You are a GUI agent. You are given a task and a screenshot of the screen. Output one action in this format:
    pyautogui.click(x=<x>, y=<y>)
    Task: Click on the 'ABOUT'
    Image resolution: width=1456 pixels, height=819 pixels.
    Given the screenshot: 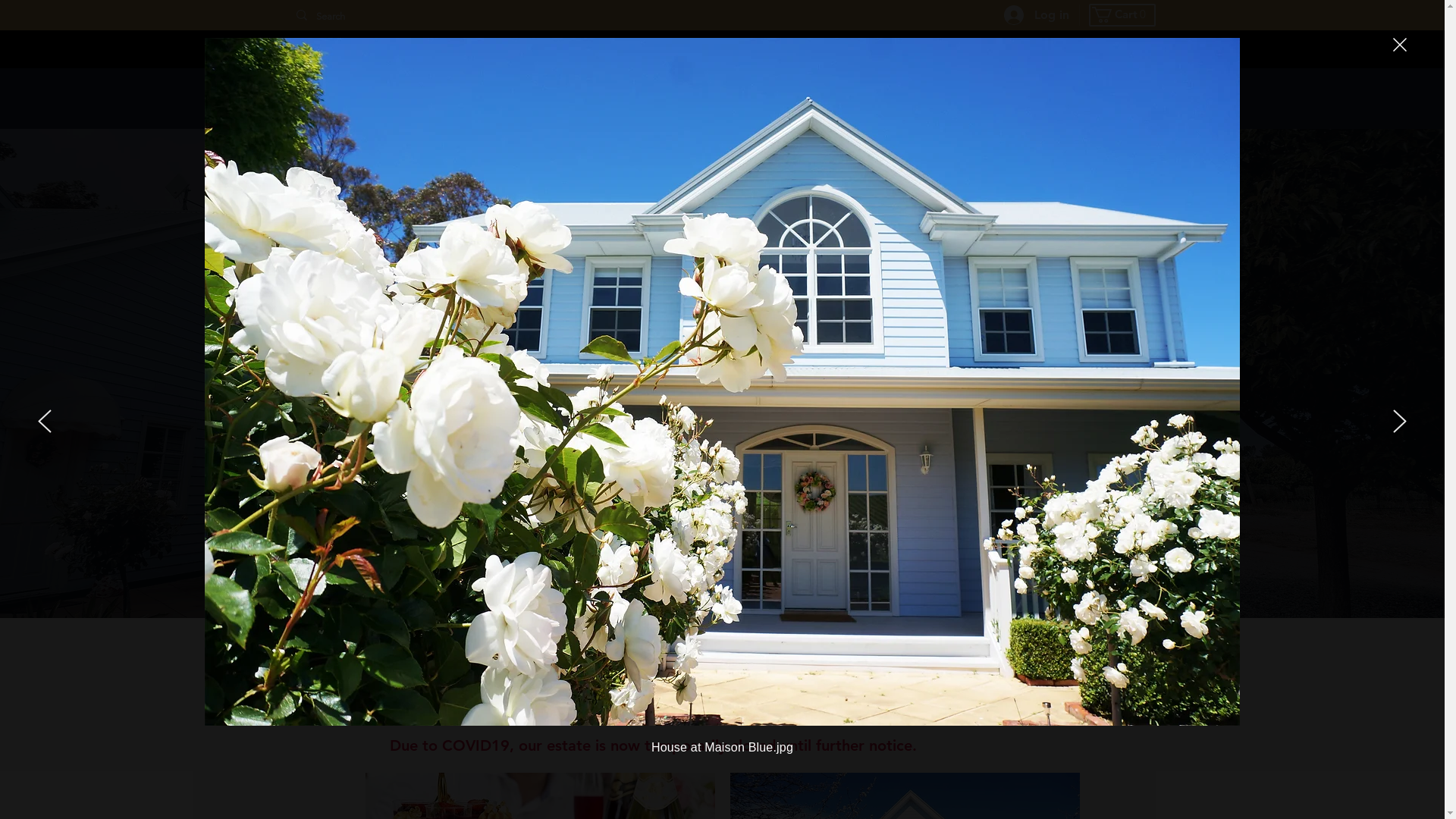 What is the action you would take?
    pyautogui.click(x=1090, y=99)
    